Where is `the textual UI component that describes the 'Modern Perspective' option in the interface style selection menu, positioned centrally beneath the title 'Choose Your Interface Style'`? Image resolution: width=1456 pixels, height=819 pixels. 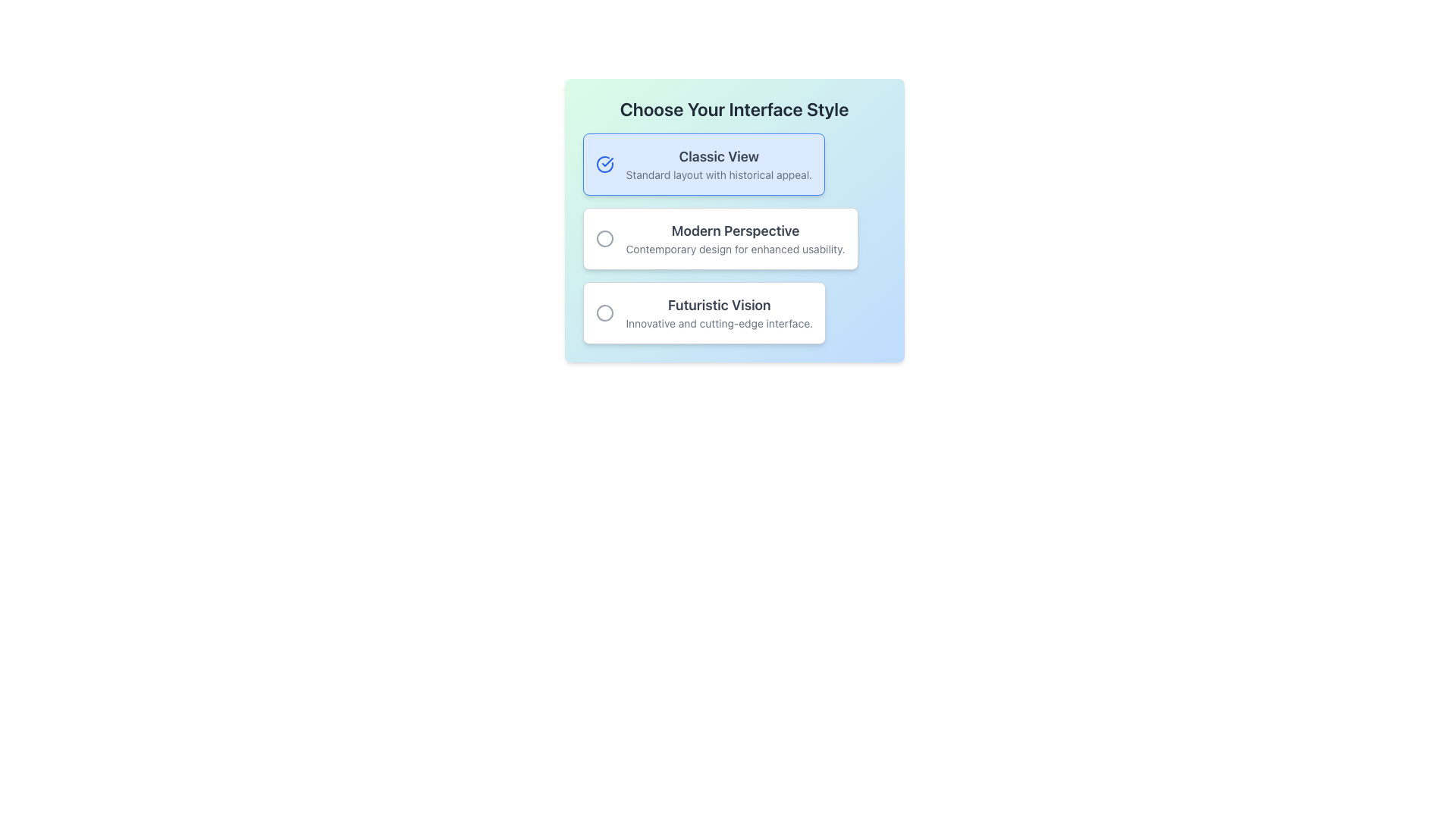
the textual UI component that describes the 'Modern Perspective' option in the interface style selection menu, positioned centrally beneath the title 'Choose Your Interface Style' is located at coordinates (735, 239).